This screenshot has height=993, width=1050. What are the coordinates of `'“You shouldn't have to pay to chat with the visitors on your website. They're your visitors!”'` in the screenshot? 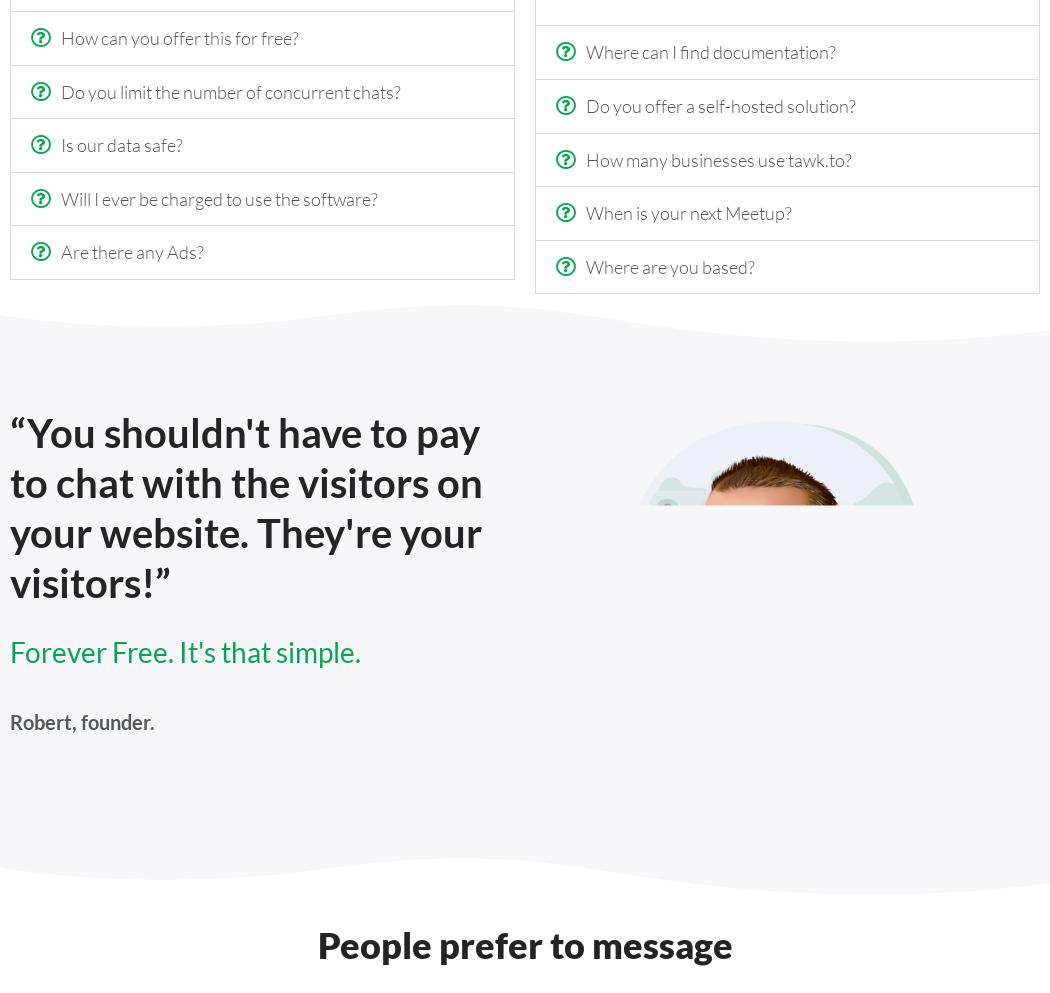 It's located at (246, 507).